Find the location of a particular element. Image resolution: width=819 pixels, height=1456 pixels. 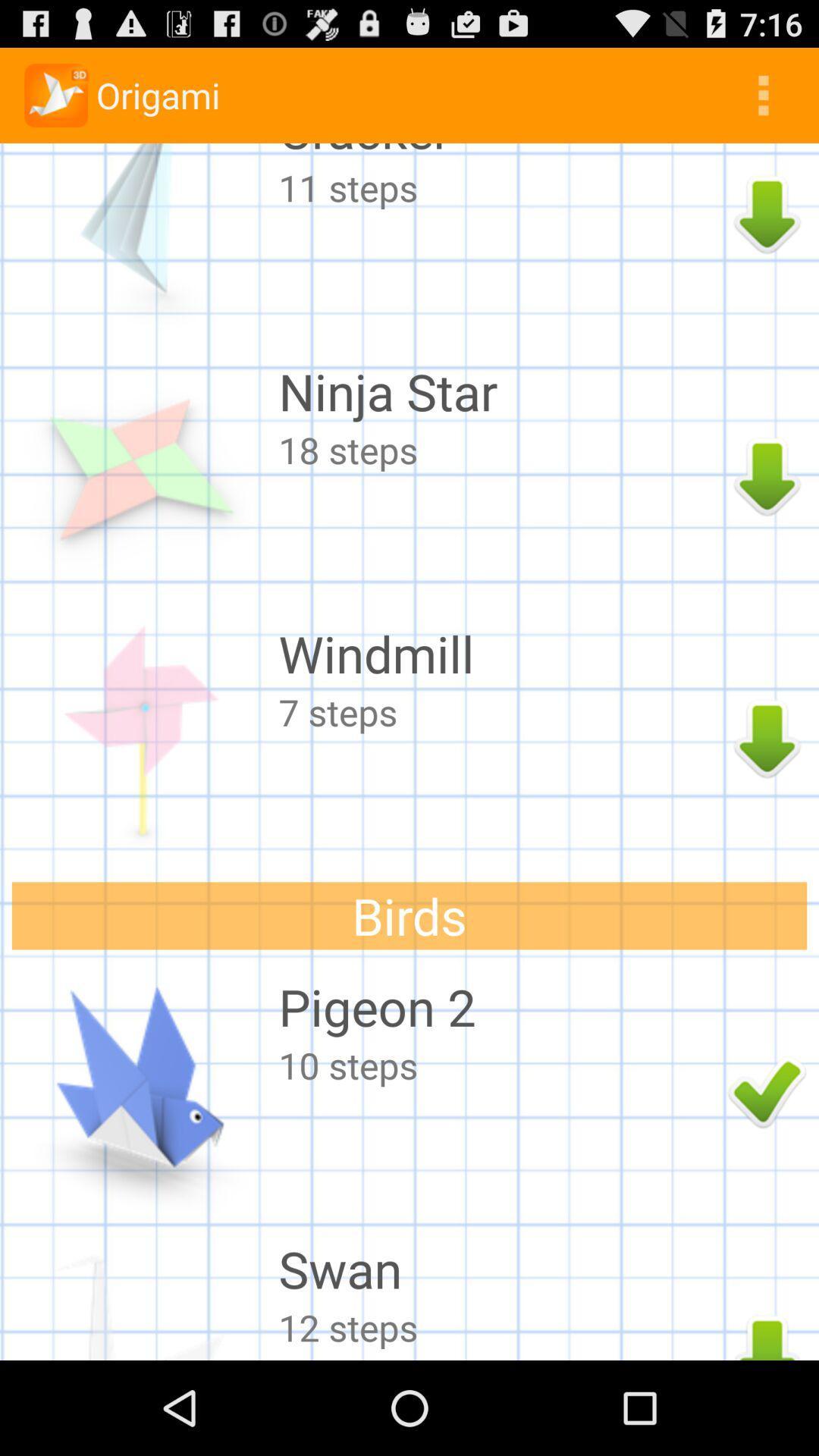

the app above 12 steps app is located at coordinates (499, 1269).